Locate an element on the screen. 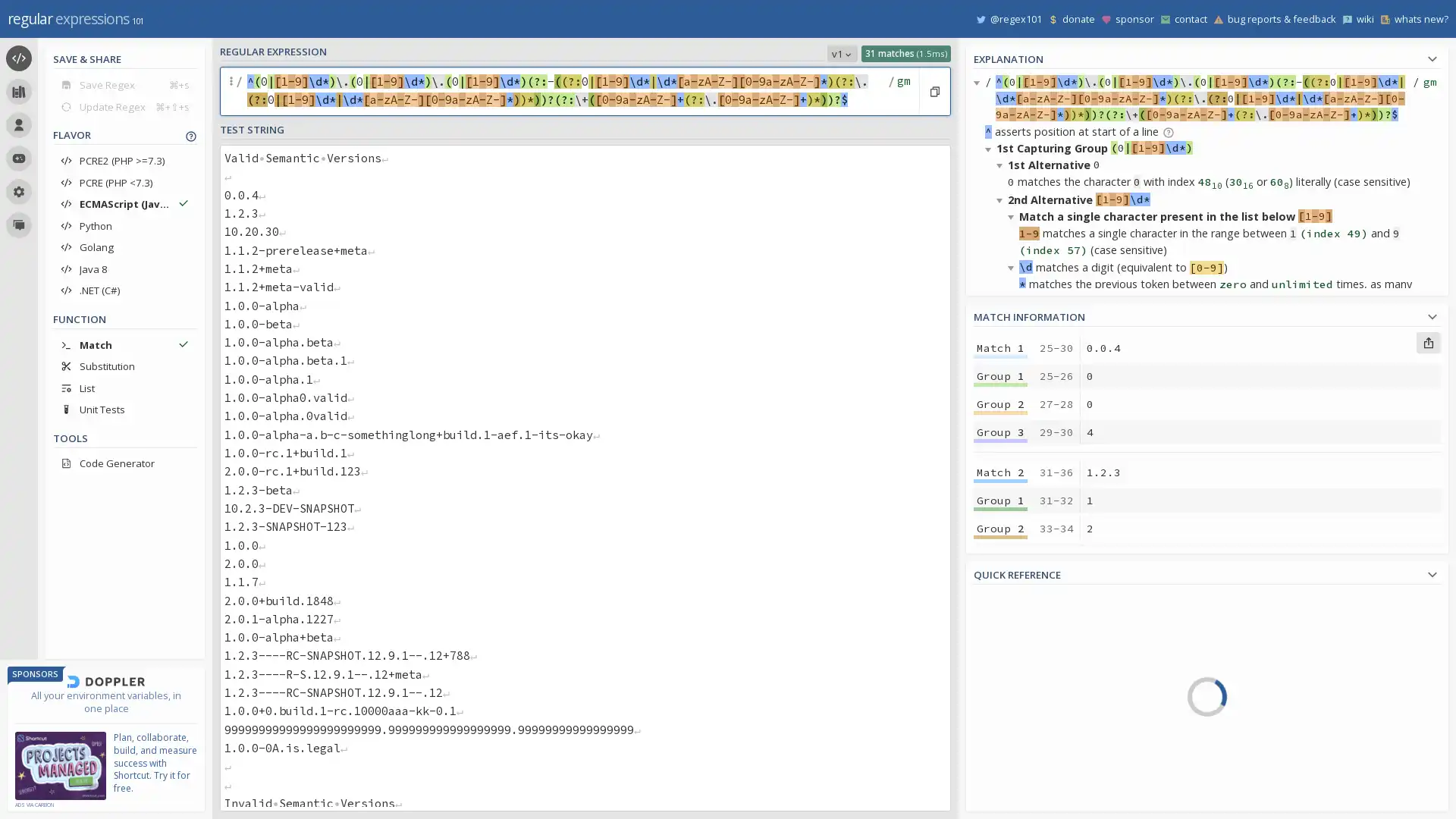  Group 1 is located at coordinates (1000, 748).